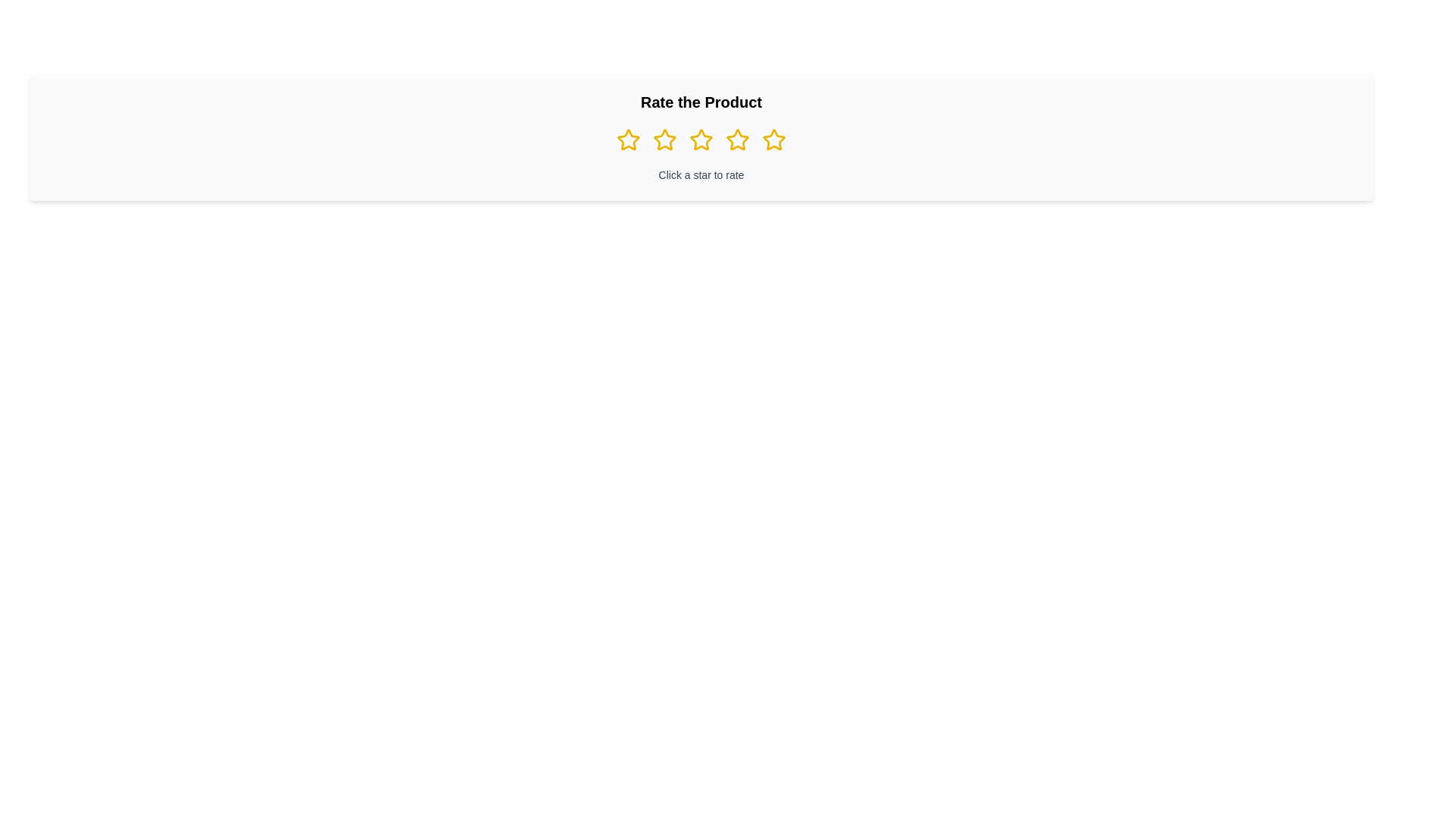  What do you see at coordinates (738, 140) in the screenshot?
I see `the third star` at bounding box center [738, 140].